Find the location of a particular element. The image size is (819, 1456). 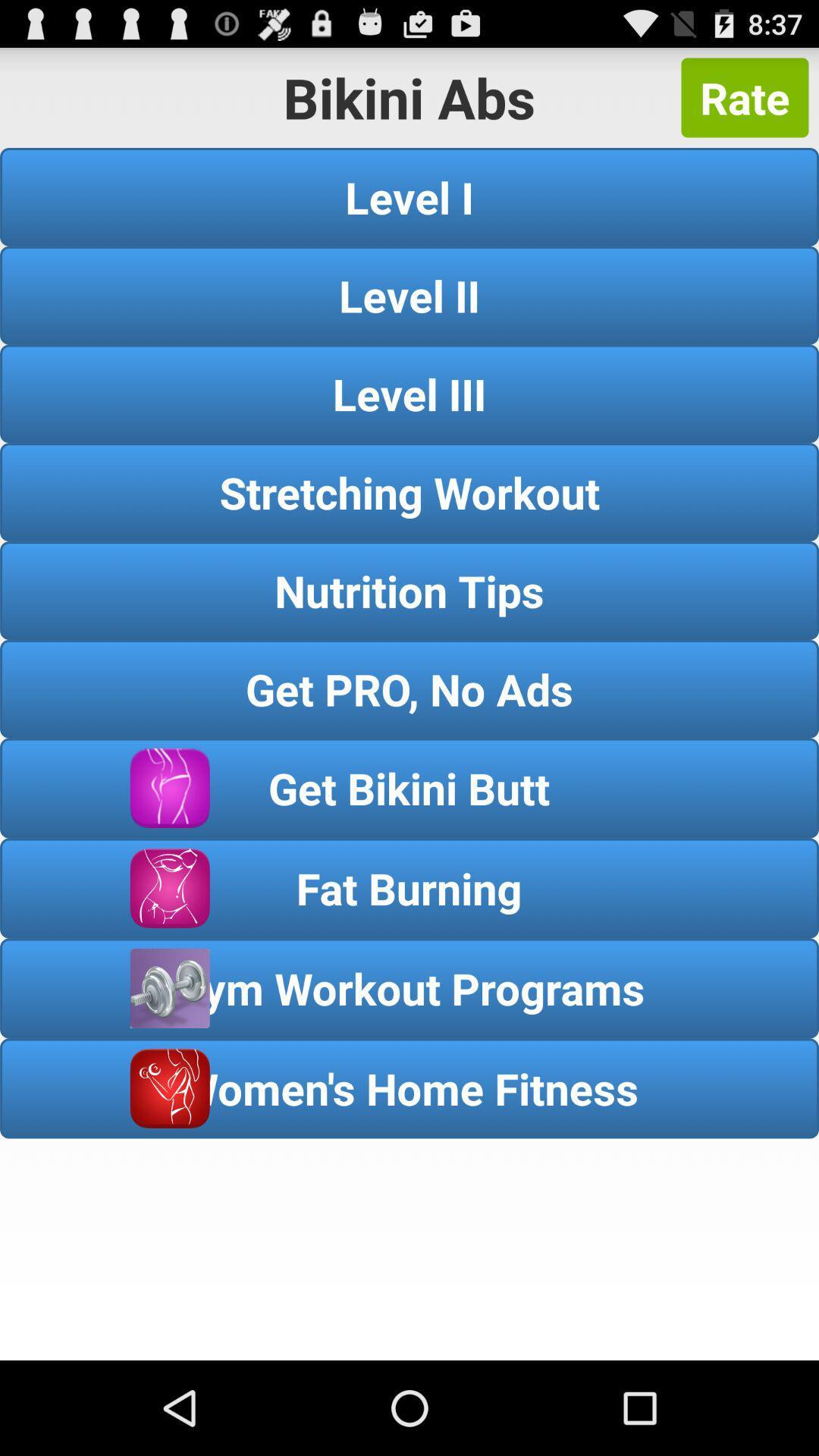

item above the nutrition tips is located at coordinates (409, 492).